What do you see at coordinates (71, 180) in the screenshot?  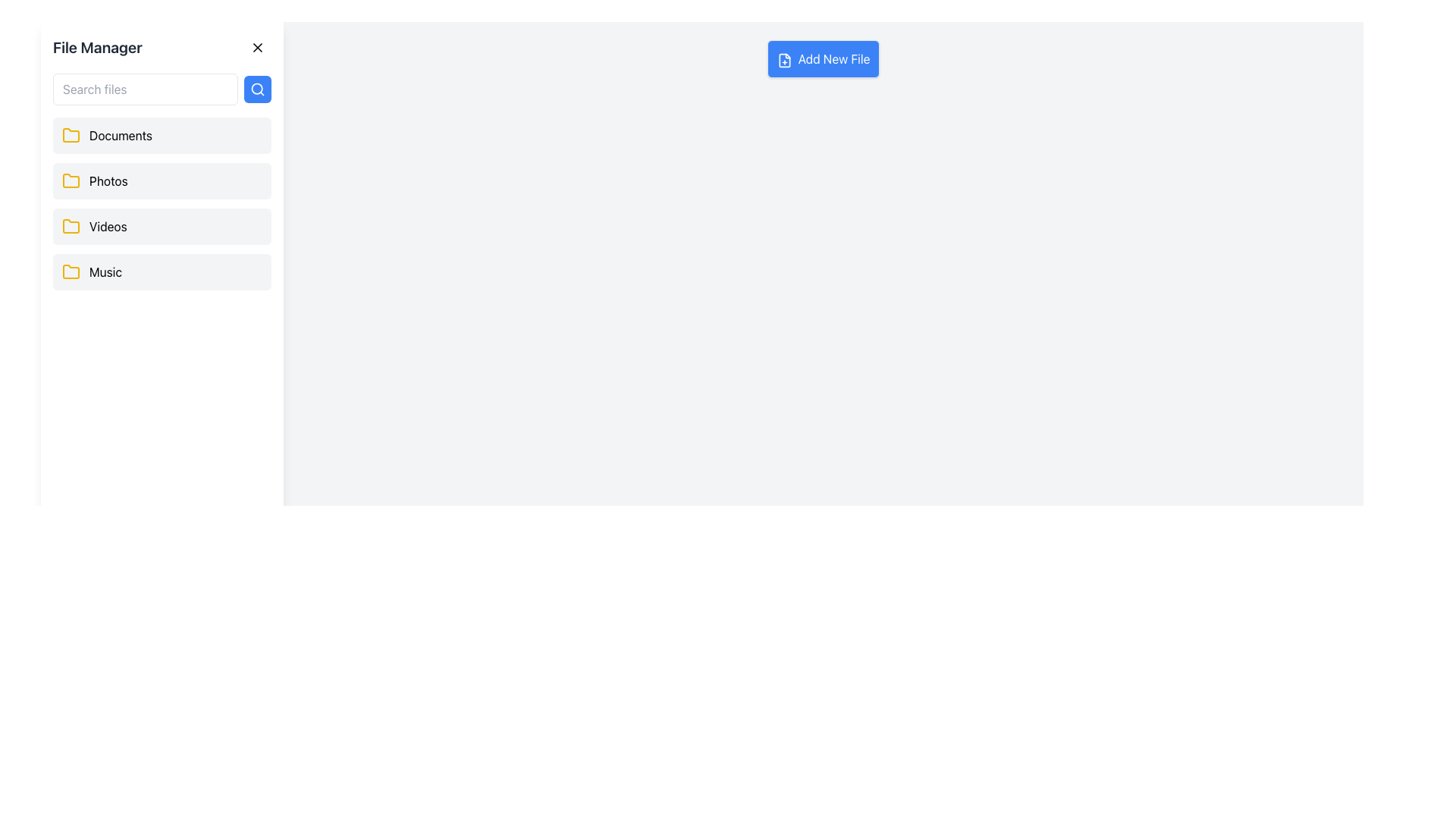 I see `the yellow folder icon located in the left-side vertical navigation menu, adjacent to the 'Photos' label` at bounding box center [71, 180].